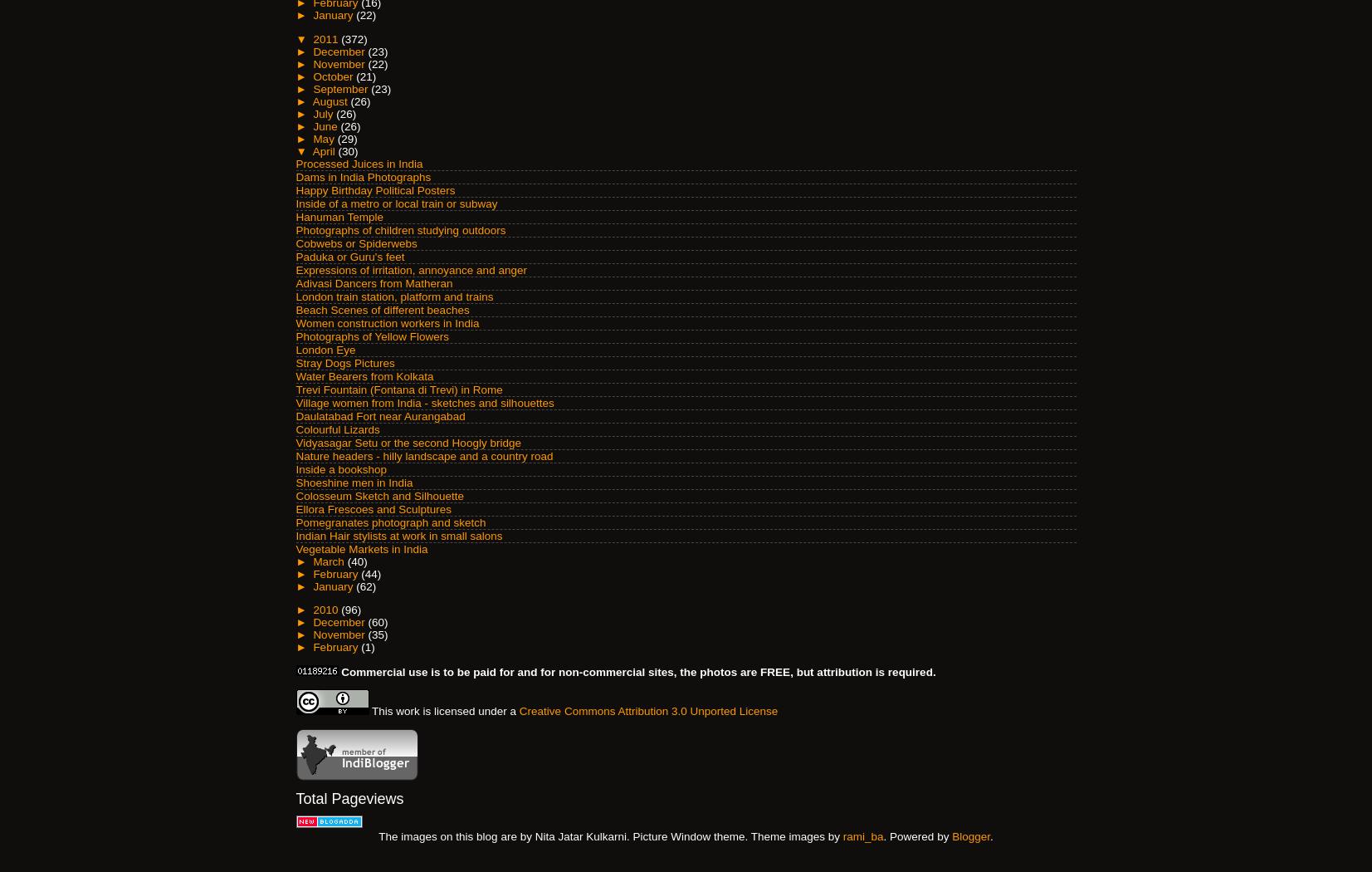  Describe the element at coordinates (323, 112) in the screenshot. I see `'July'` at that location.